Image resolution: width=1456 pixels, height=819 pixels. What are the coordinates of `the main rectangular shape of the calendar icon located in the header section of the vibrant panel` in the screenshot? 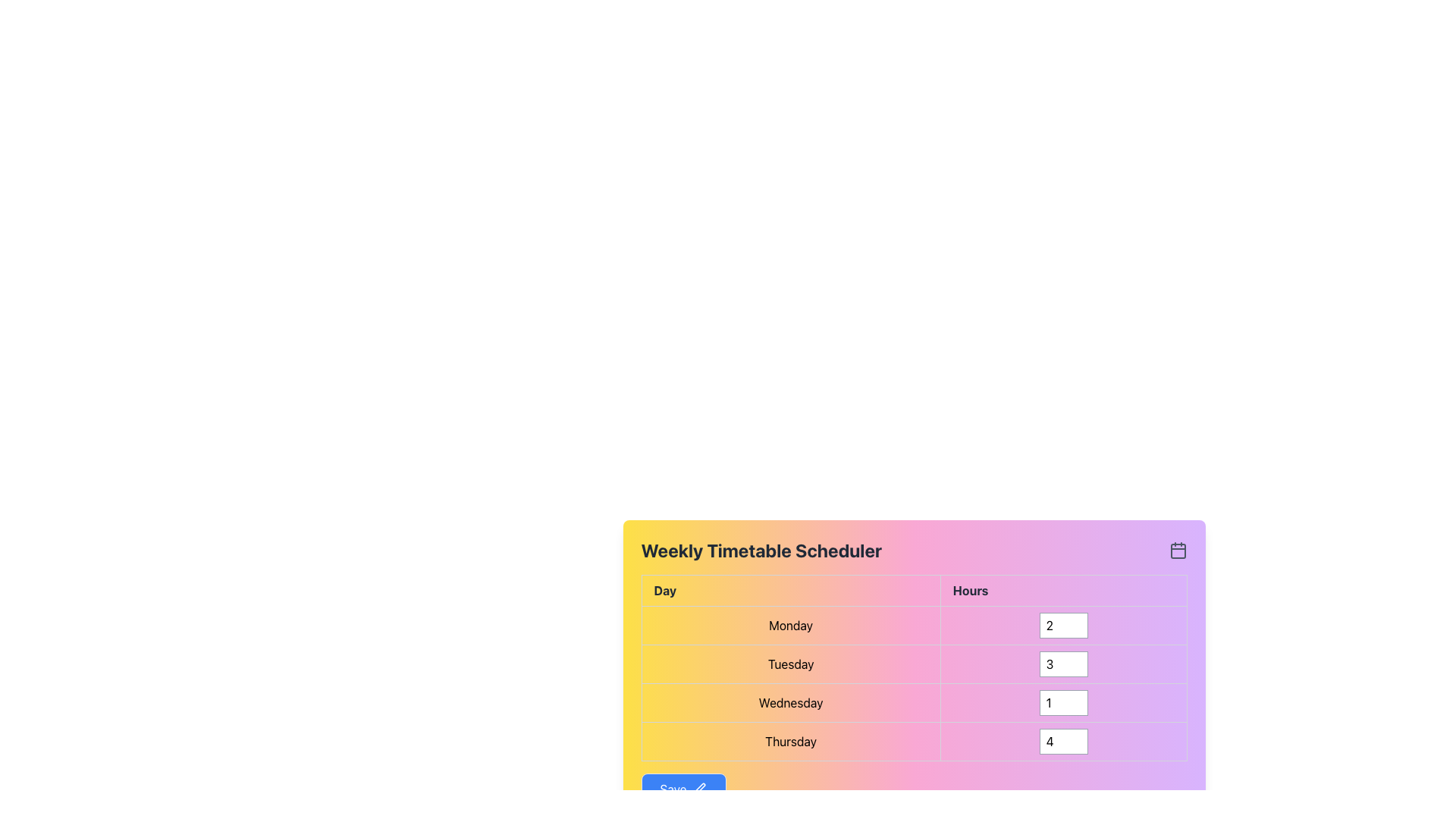 It's located at (1177, 551).